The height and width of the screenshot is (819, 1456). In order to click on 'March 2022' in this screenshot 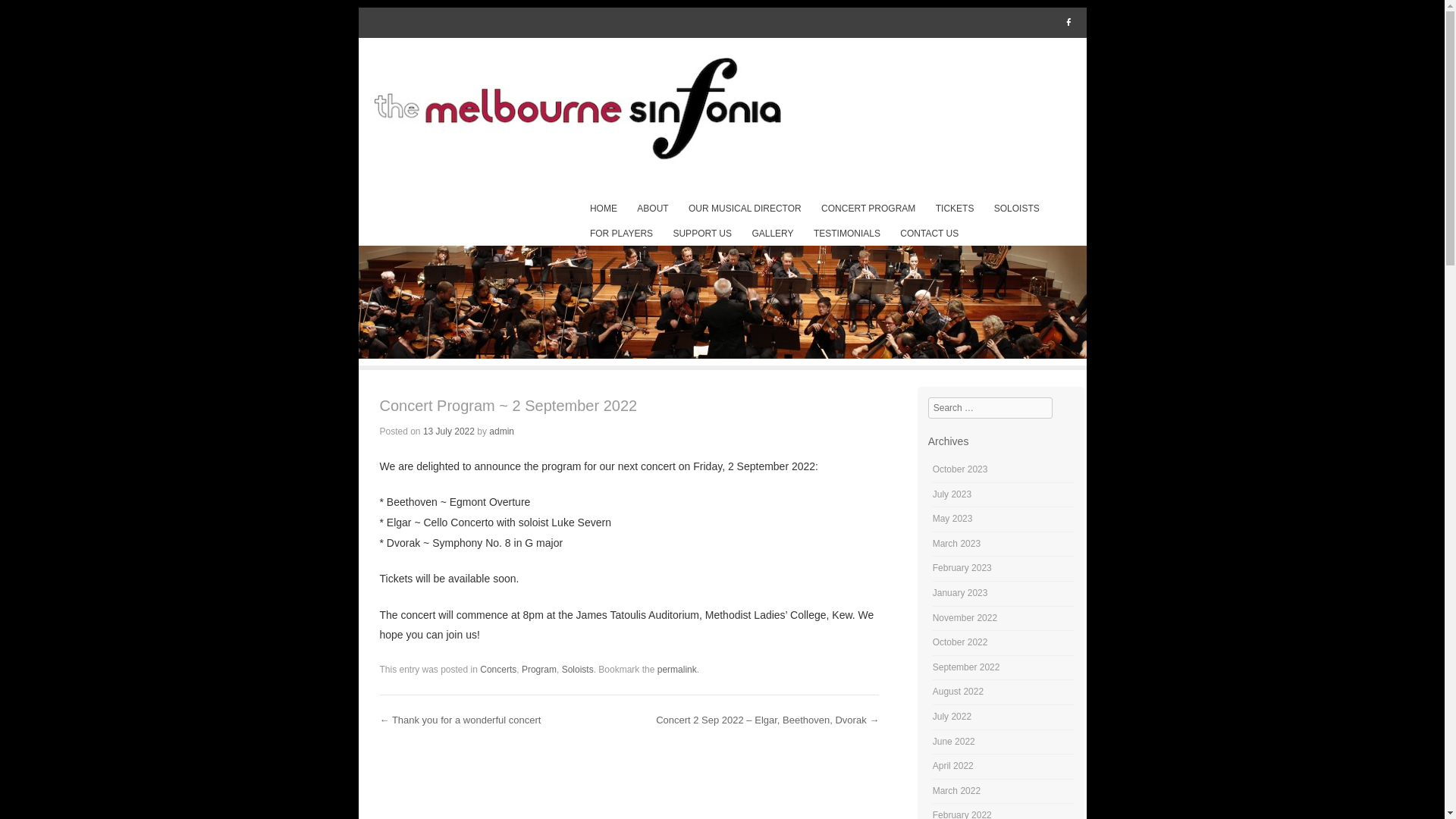, I will do `click(955, 789)`.